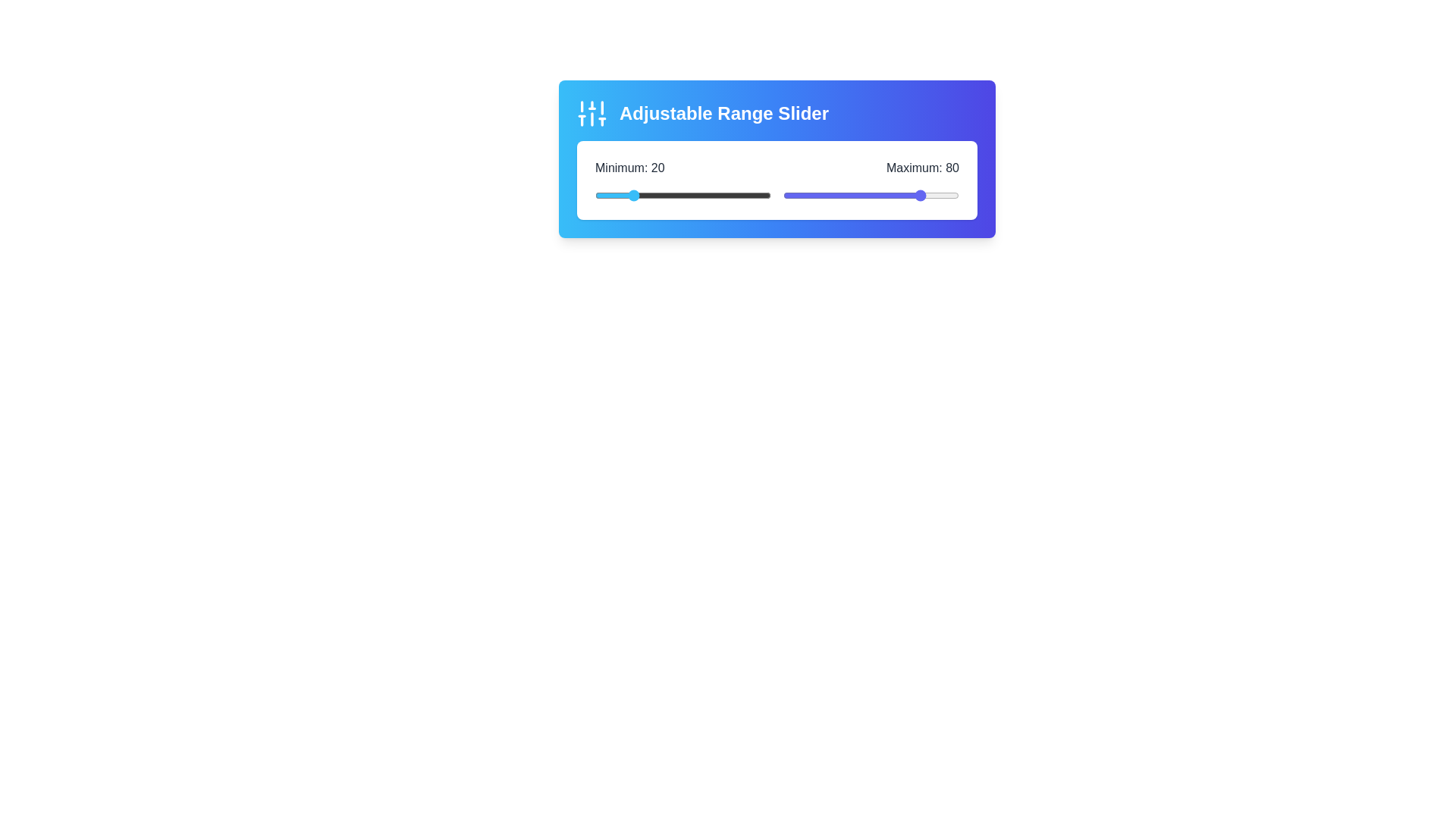 Image resolution: width=1456 pixels, height=819 pixels. I want to click on the slider, so click(899, 195).